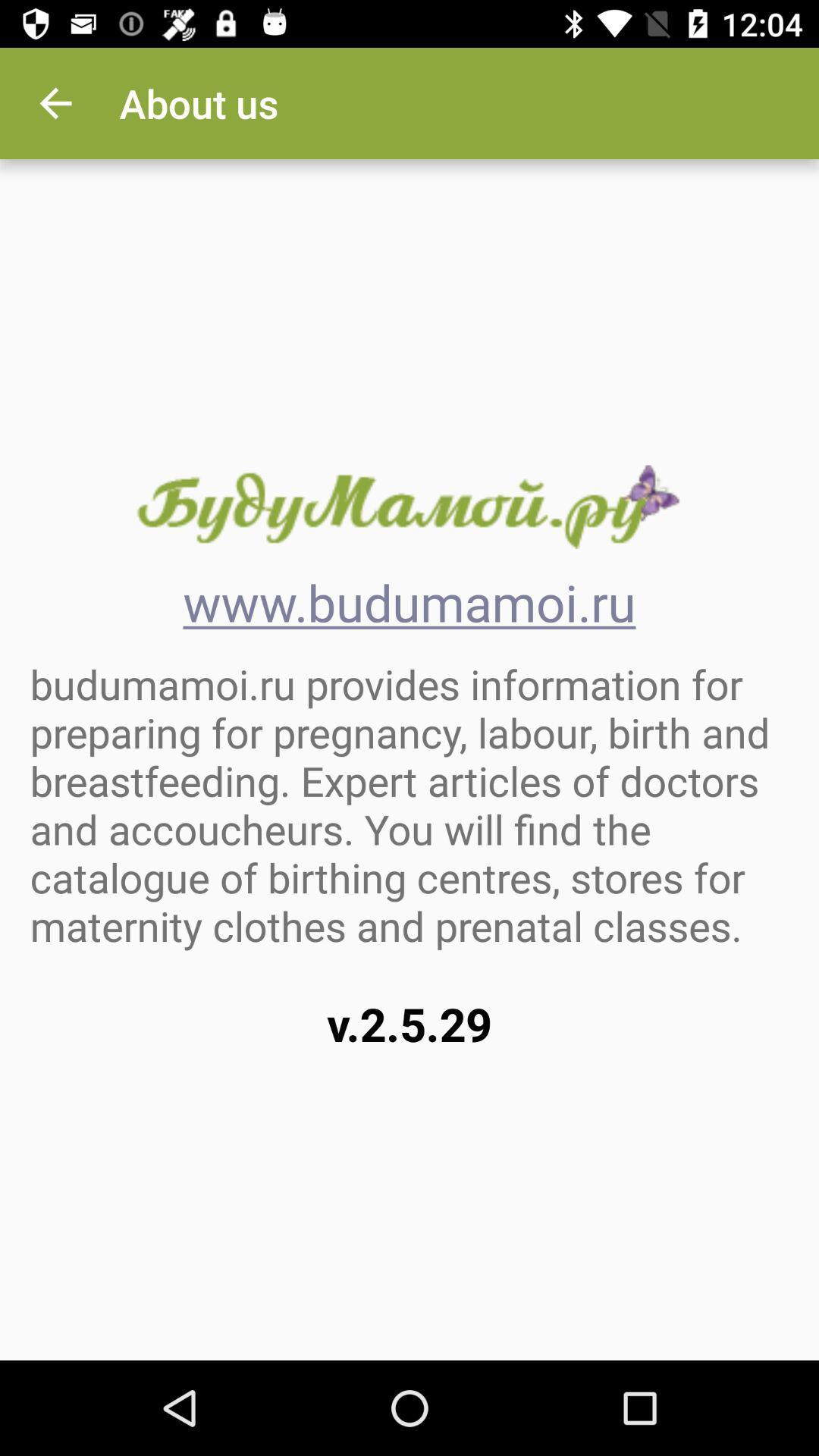 Image resolution: width=819 pixels, height=1456 pixels. I want to click on the item above the www.budumamoi.ru item, so click(408, 507).